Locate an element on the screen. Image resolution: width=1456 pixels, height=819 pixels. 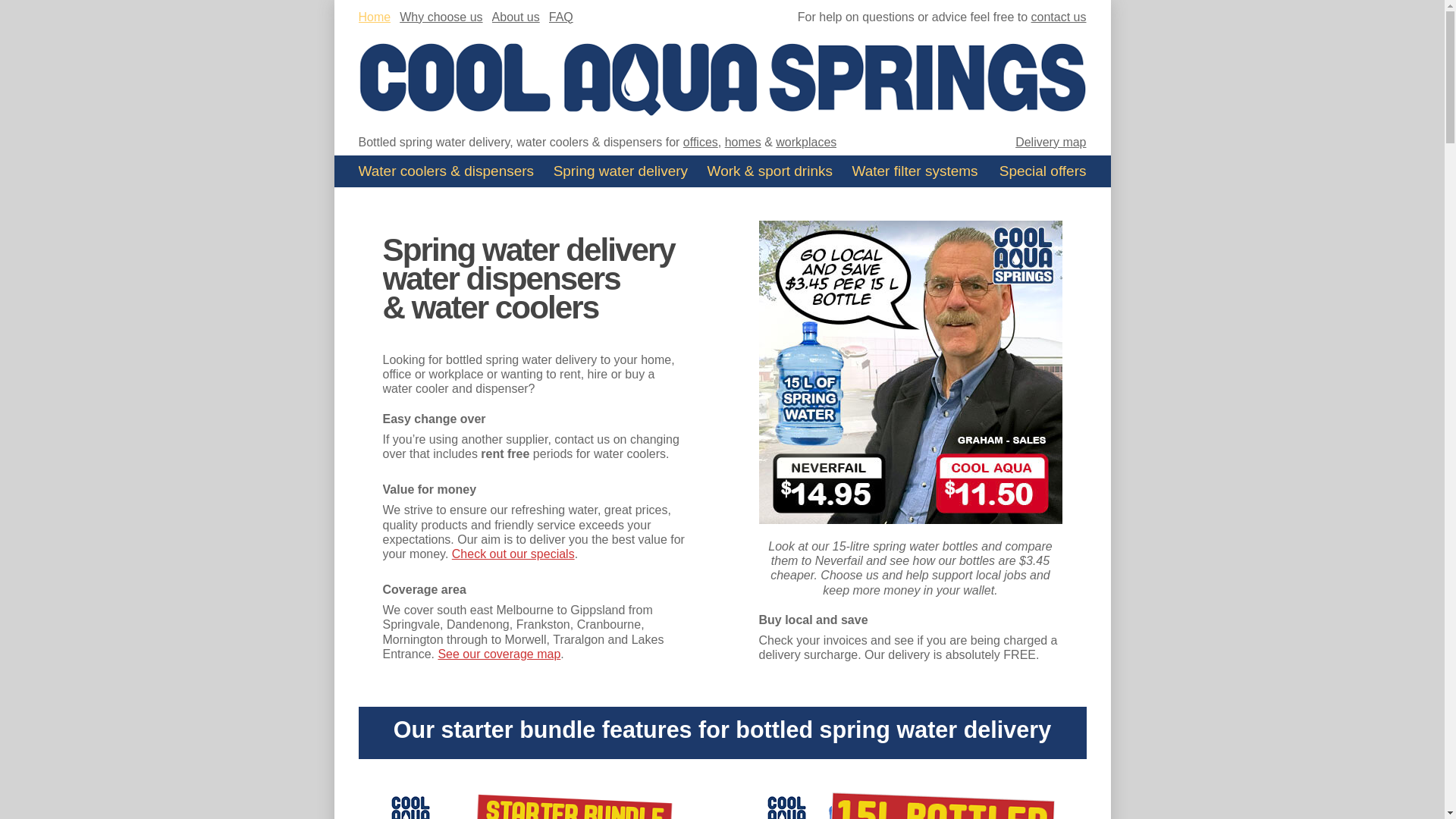
'contact us' is located at coordinates (1058, 17).